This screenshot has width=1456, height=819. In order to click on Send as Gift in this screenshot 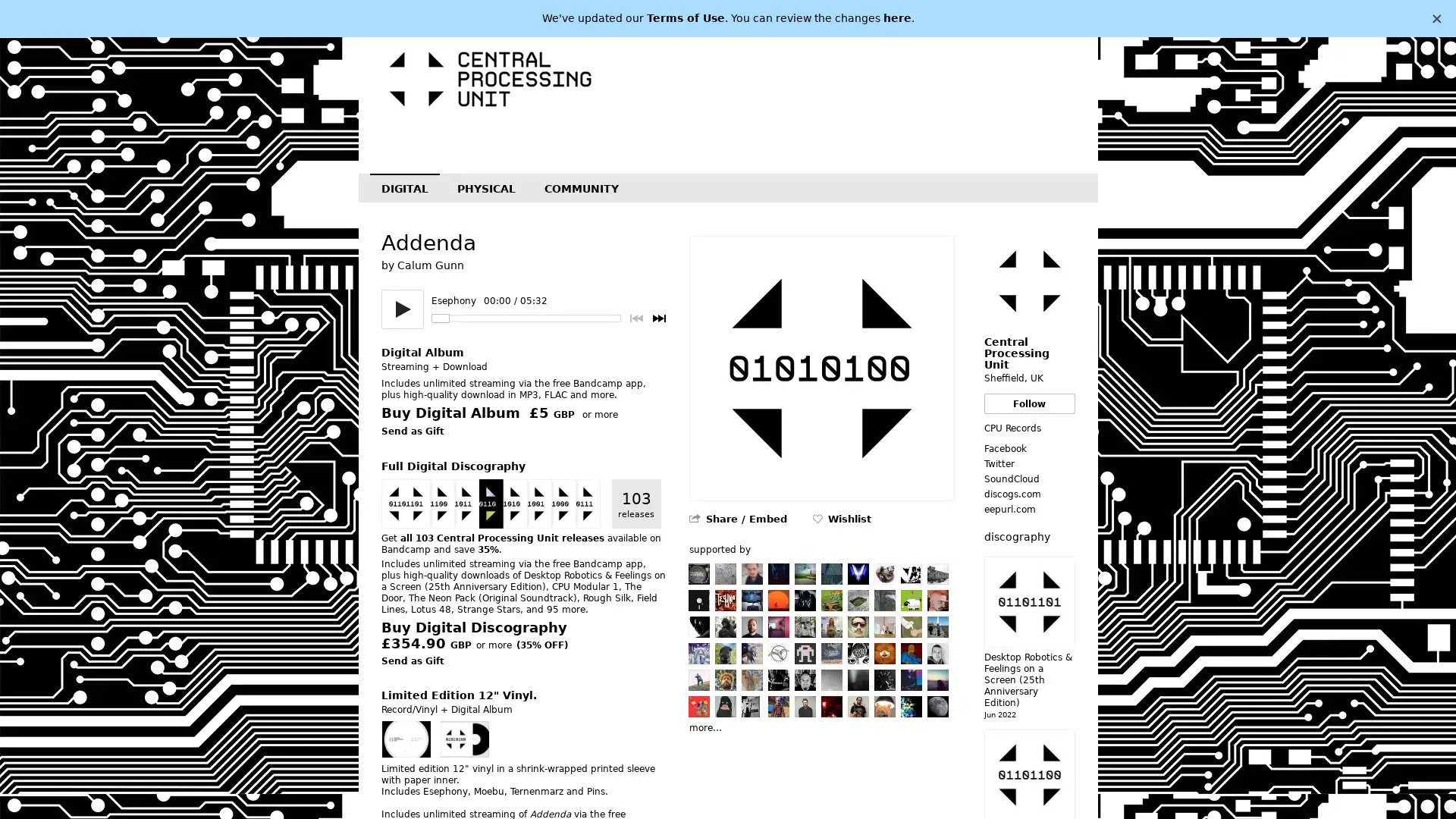, I will do `click(412, 432)`.